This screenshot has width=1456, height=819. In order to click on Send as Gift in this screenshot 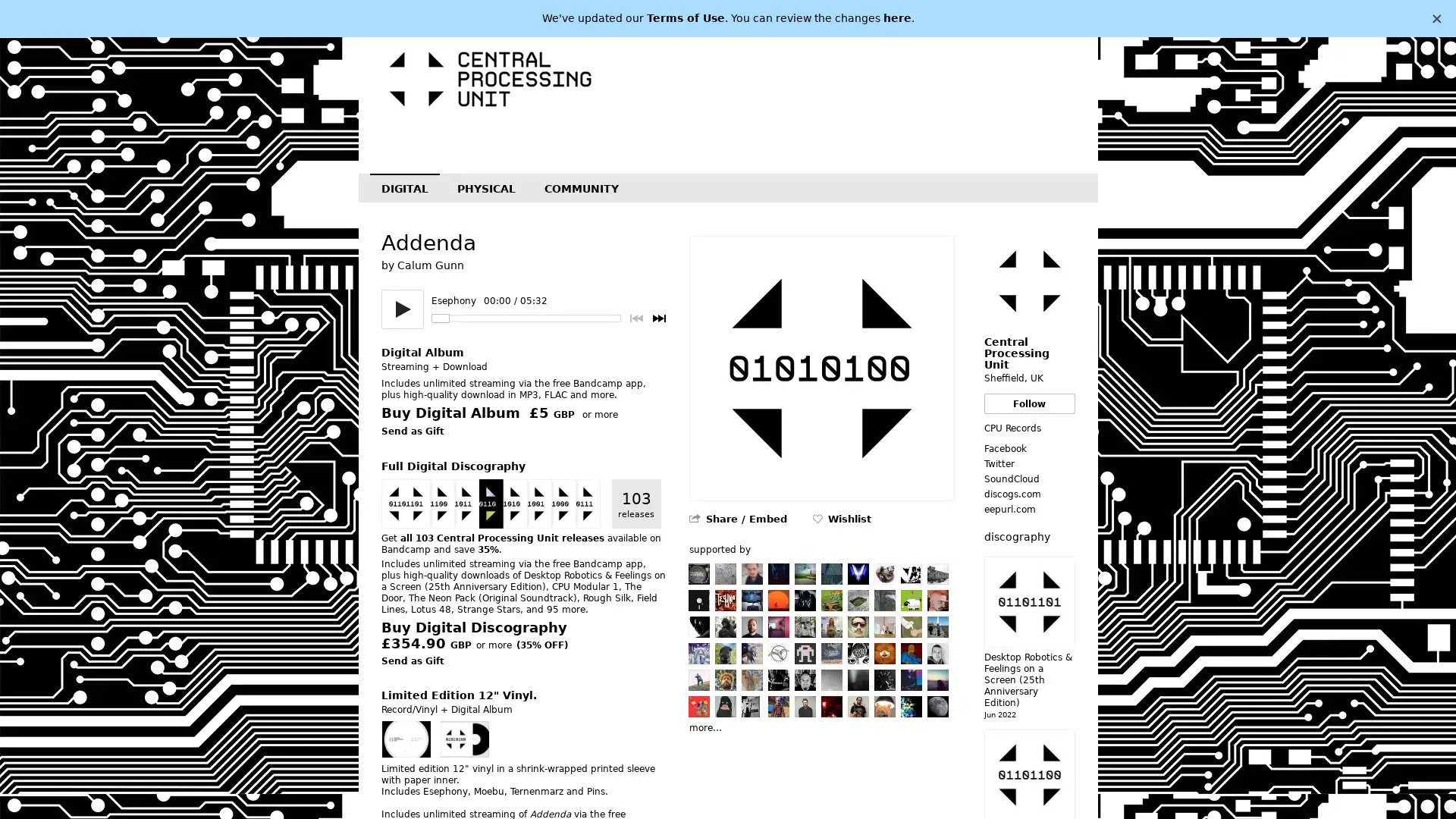, I will do `click(412, 432)`.